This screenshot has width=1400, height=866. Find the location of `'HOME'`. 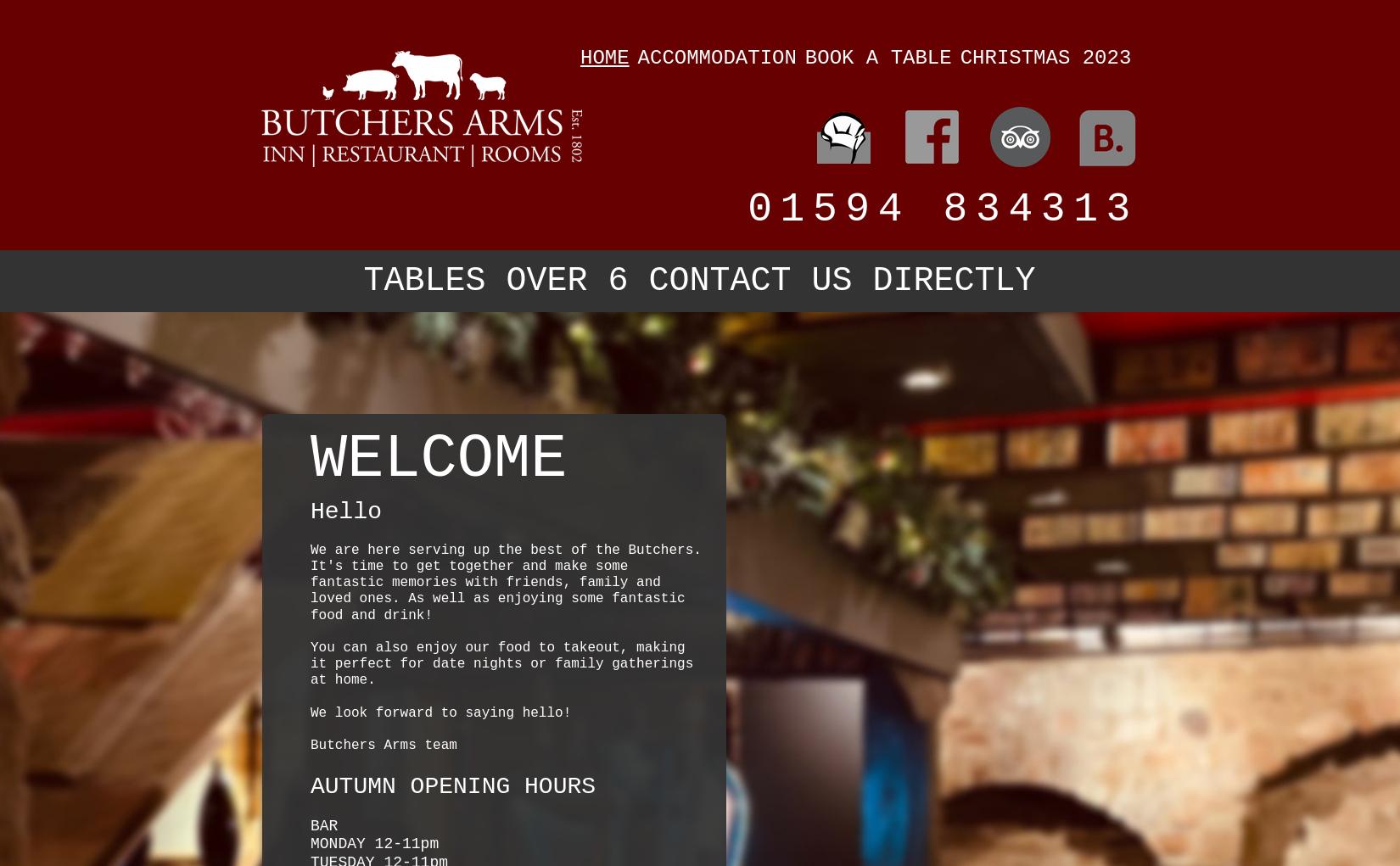

'HOME' is located at coordinates (579, 57).